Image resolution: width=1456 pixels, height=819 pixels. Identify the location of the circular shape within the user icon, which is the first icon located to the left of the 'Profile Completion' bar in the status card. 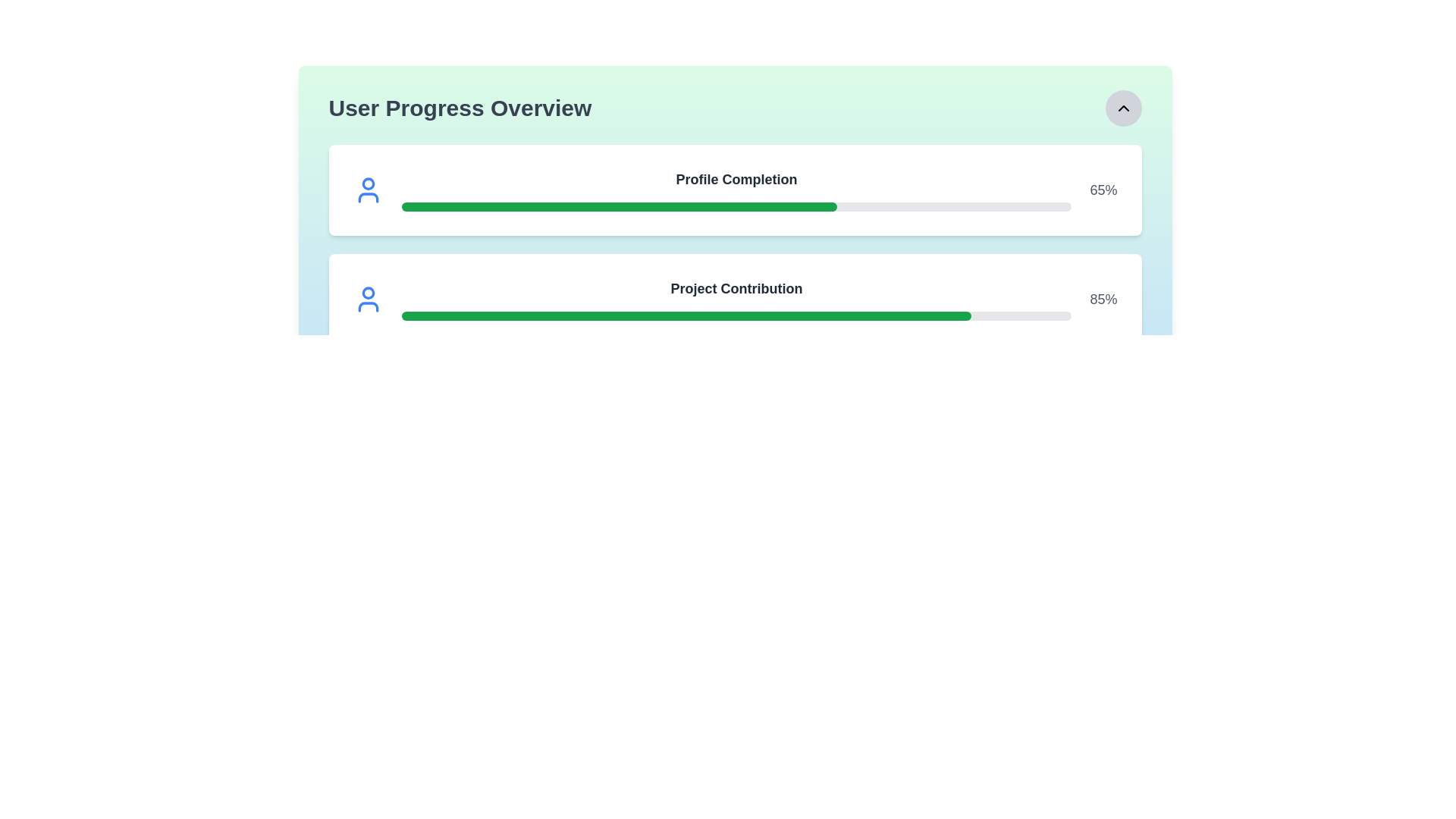
(368, 183).